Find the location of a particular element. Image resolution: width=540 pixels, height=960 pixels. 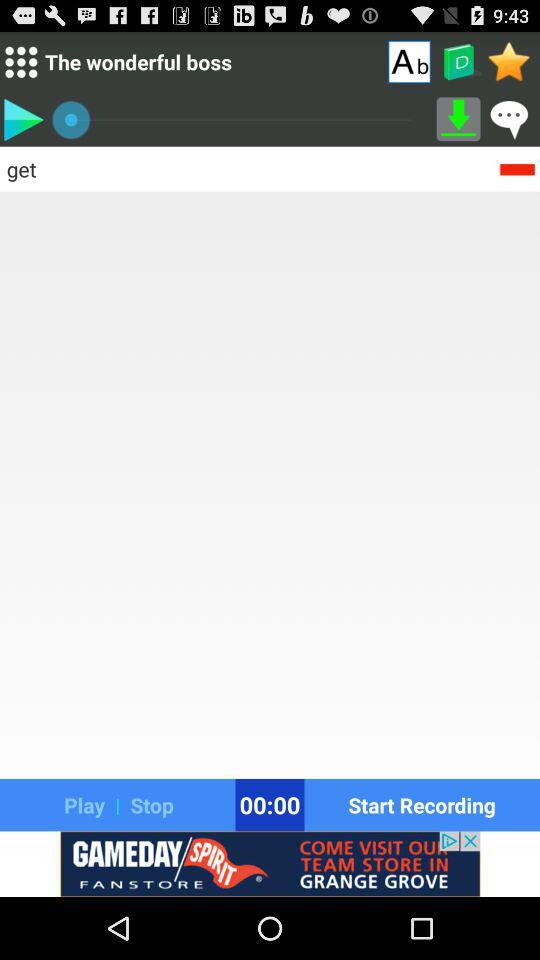

the file is located at coordinates (22, 119).